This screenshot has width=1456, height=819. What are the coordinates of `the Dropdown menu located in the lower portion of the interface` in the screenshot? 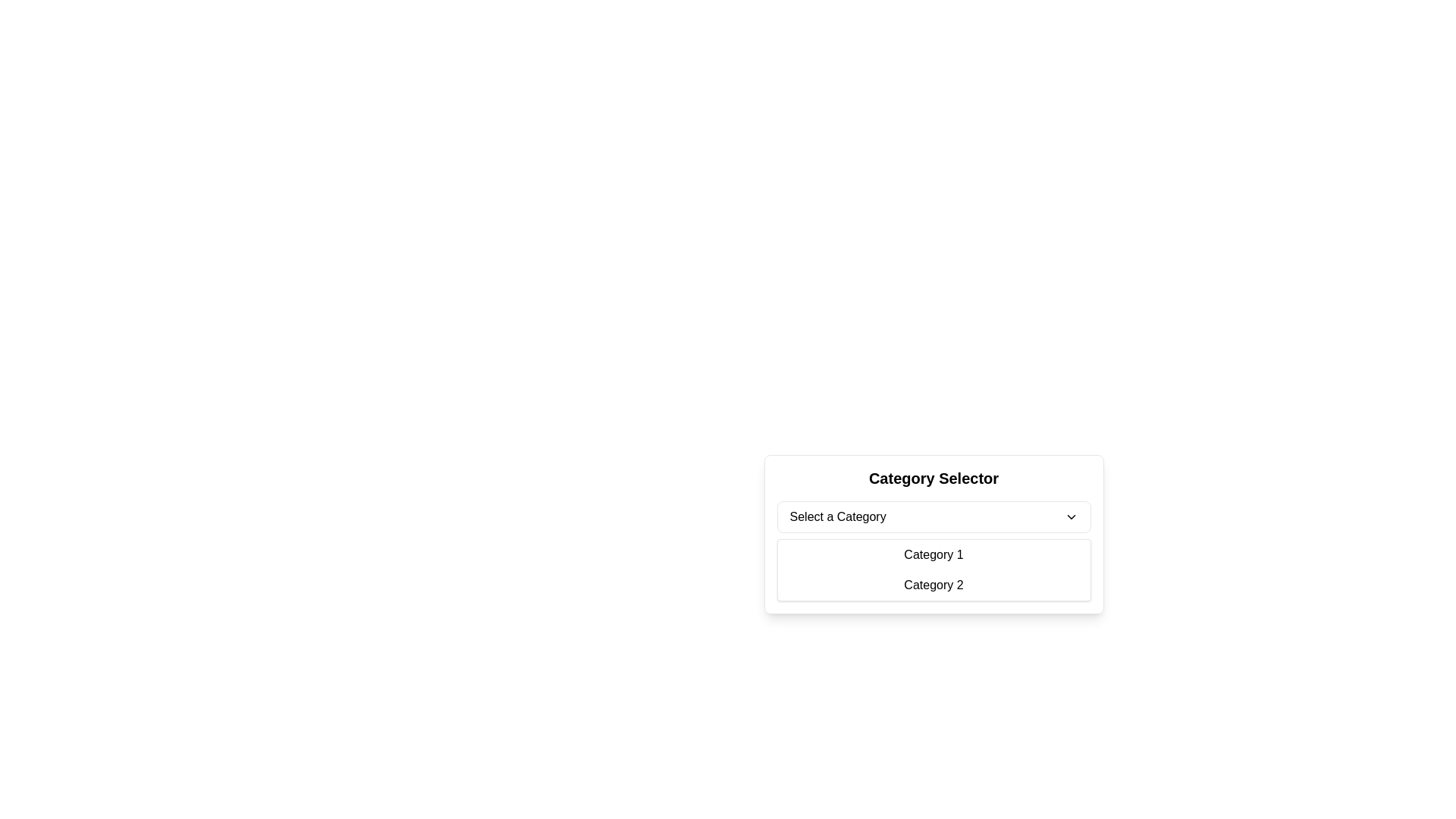 It's located at (933, 558).